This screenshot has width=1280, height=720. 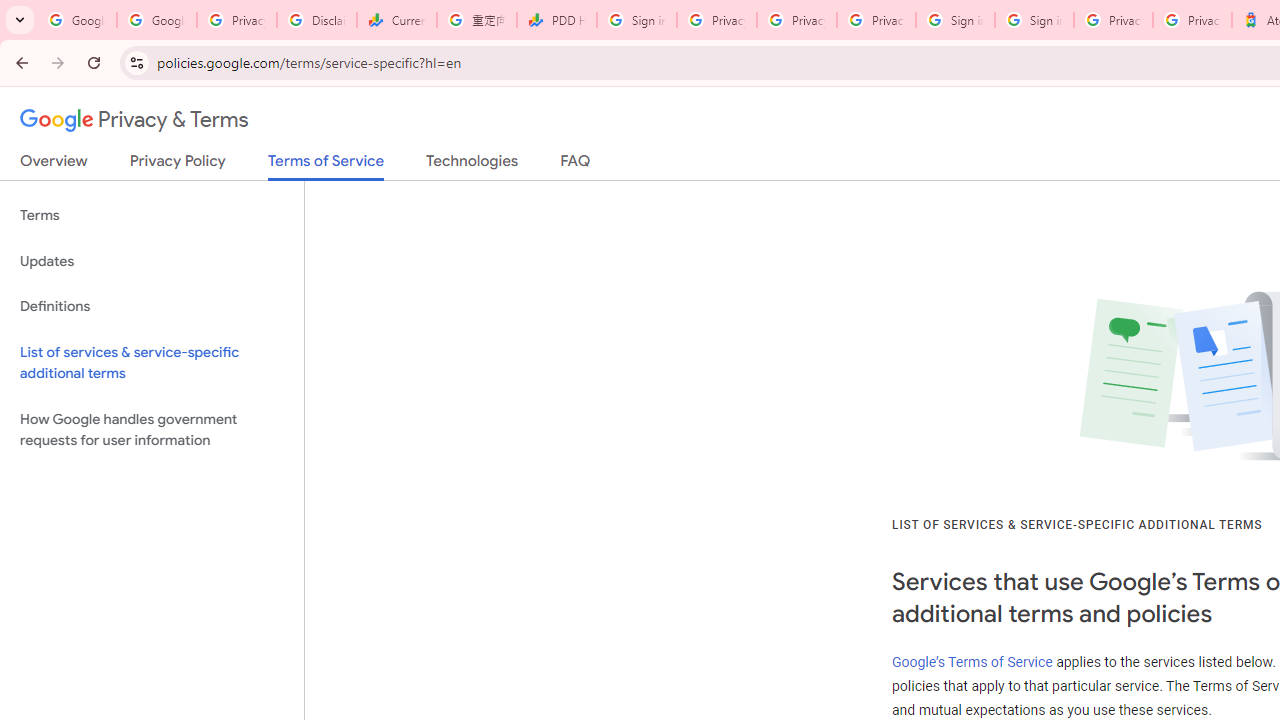 I want to click on 'PDD Holdings Inc - ADR (PDD) Price & News - Google Finance', so click(x=556, y=20).